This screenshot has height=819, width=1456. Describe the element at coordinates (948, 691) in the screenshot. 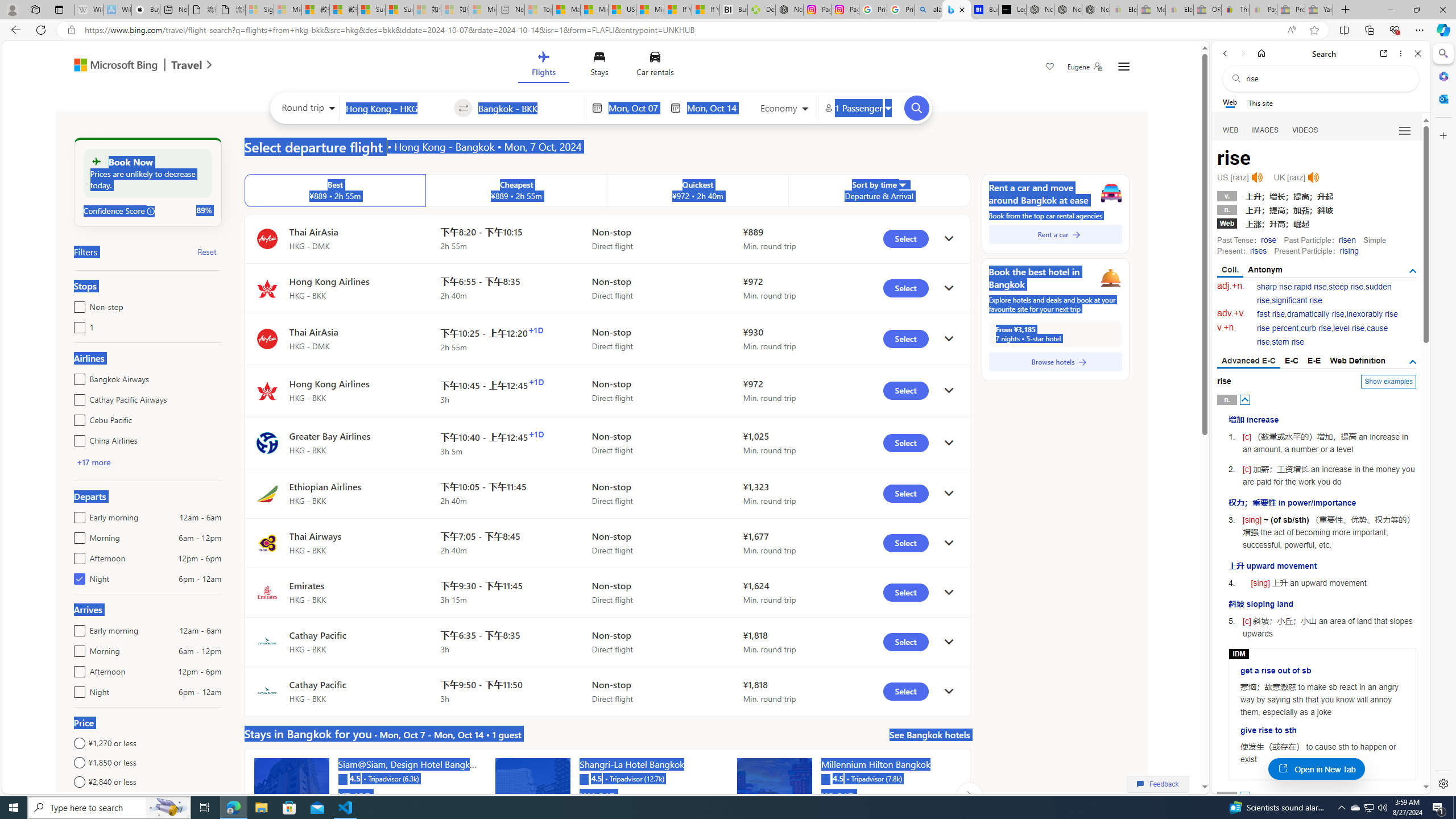

I see `'click to get details'` at that location.